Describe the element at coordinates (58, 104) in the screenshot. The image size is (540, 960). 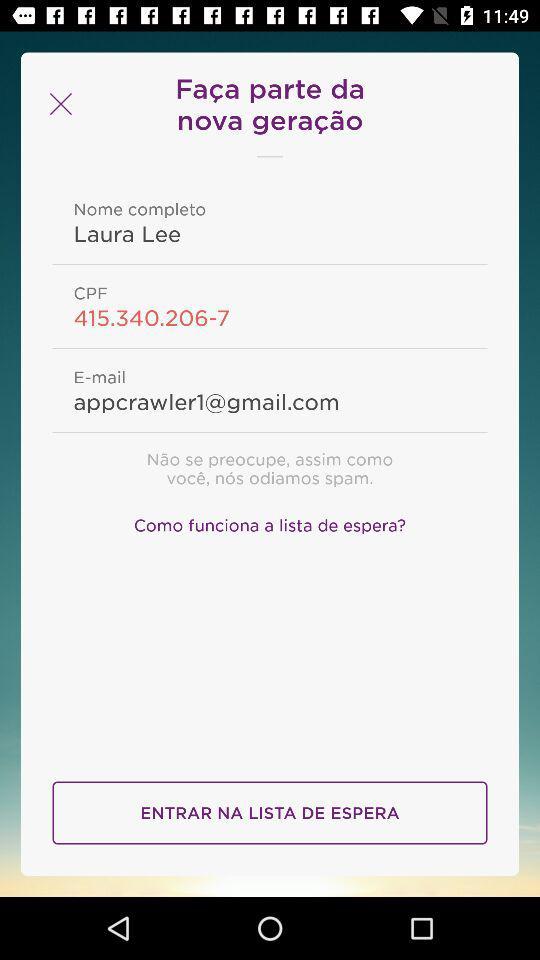
I see `icon at the top left corner` at that location.